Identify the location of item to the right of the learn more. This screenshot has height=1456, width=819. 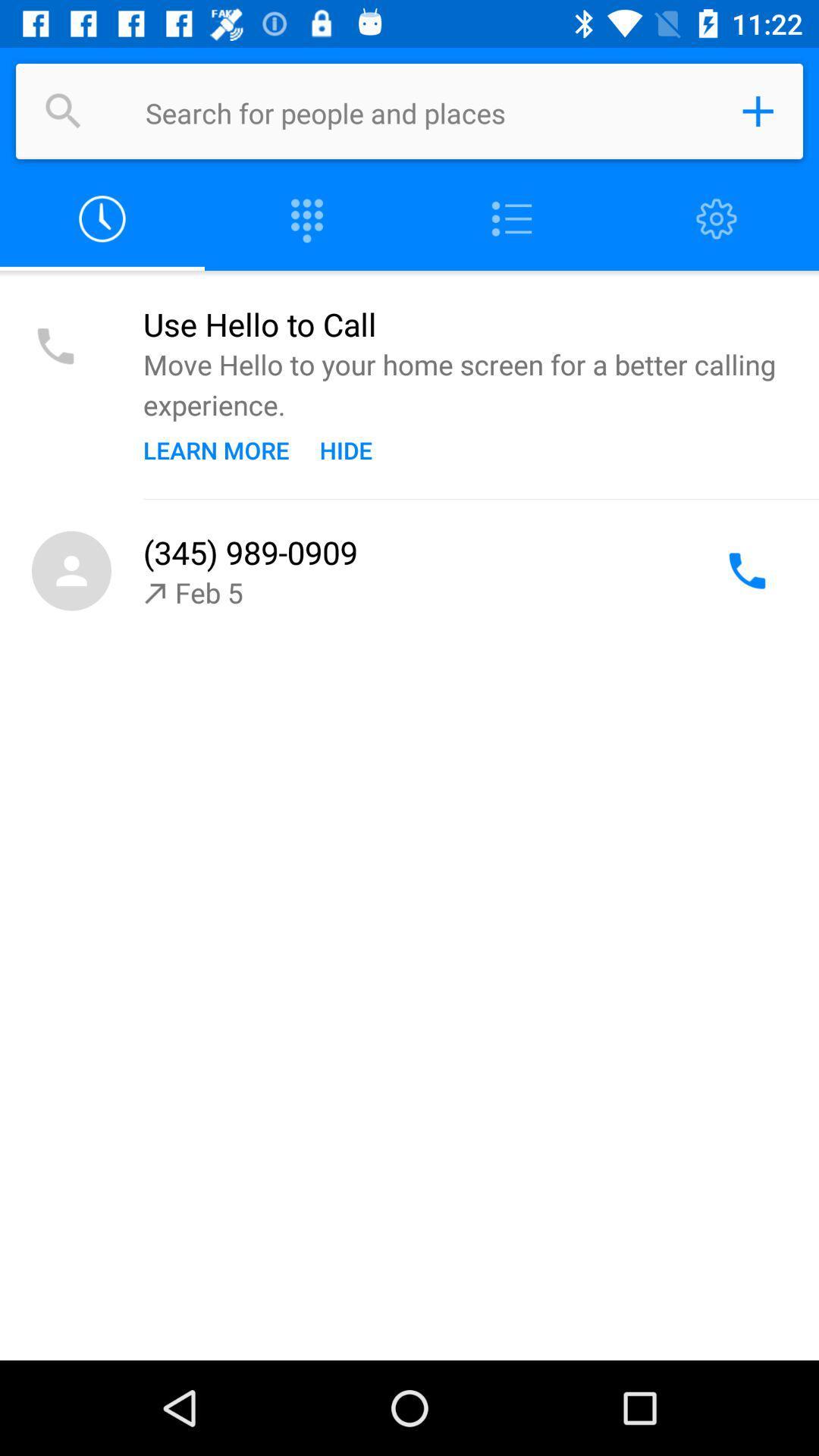
(346, 449).